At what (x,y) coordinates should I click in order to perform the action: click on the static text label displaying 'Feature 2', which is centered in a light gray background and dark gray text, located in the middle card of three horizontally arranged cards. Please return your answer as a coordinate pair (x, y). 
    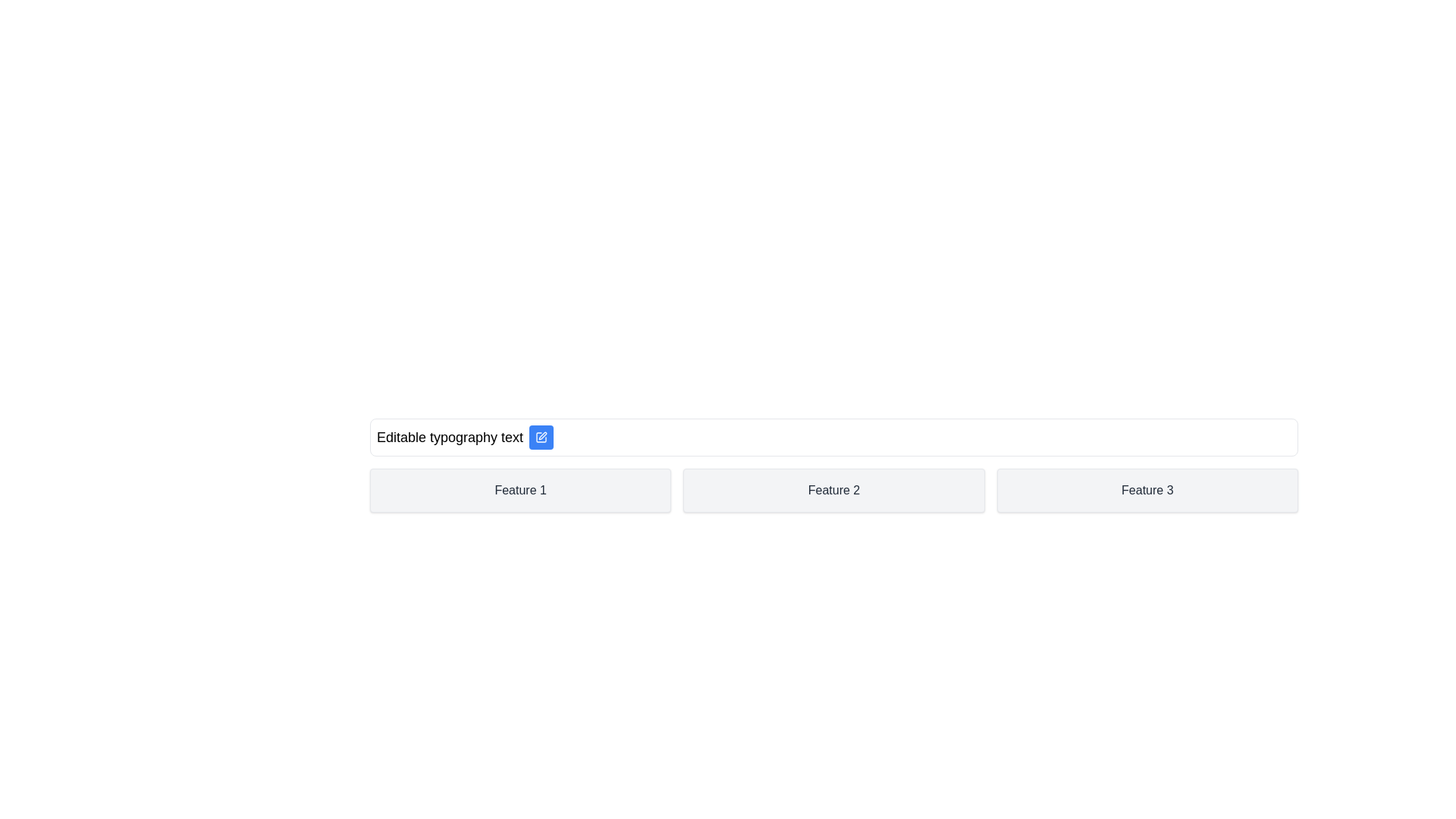
    Looking at the image, I should click on (833, 491).